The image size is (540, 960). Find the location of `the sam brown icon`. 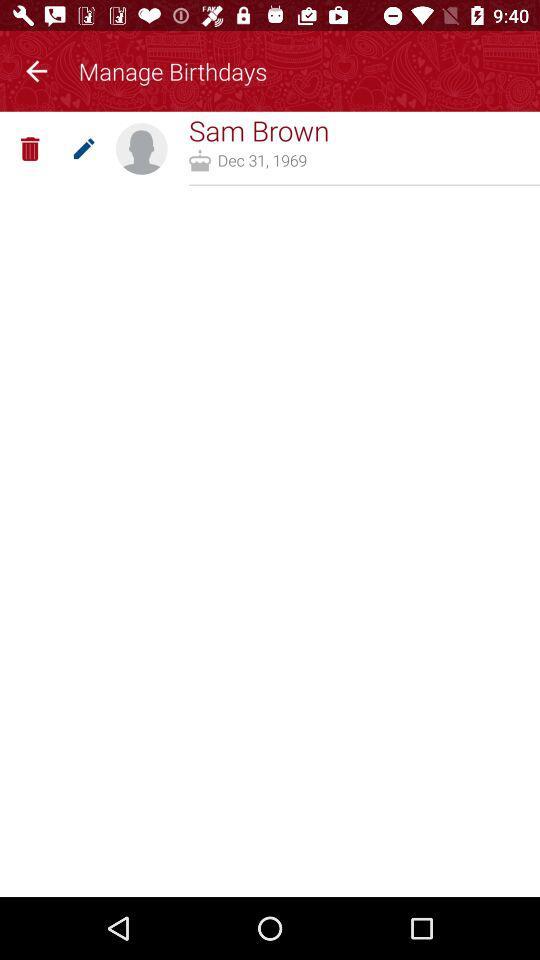

the sam brown icon is located at coordinates (259, 129).